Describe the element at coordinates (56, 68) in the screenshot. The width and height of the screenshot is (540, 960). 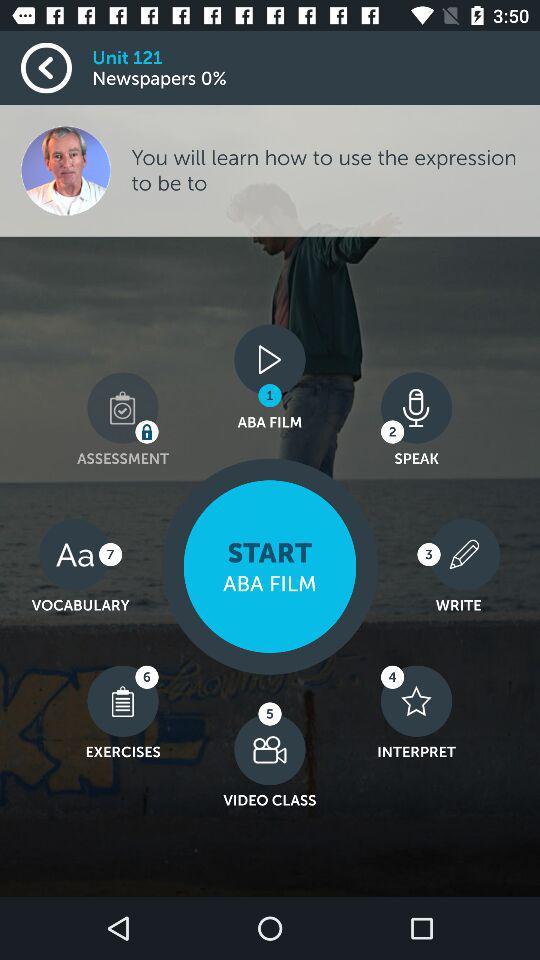
I see `back button` at that location.